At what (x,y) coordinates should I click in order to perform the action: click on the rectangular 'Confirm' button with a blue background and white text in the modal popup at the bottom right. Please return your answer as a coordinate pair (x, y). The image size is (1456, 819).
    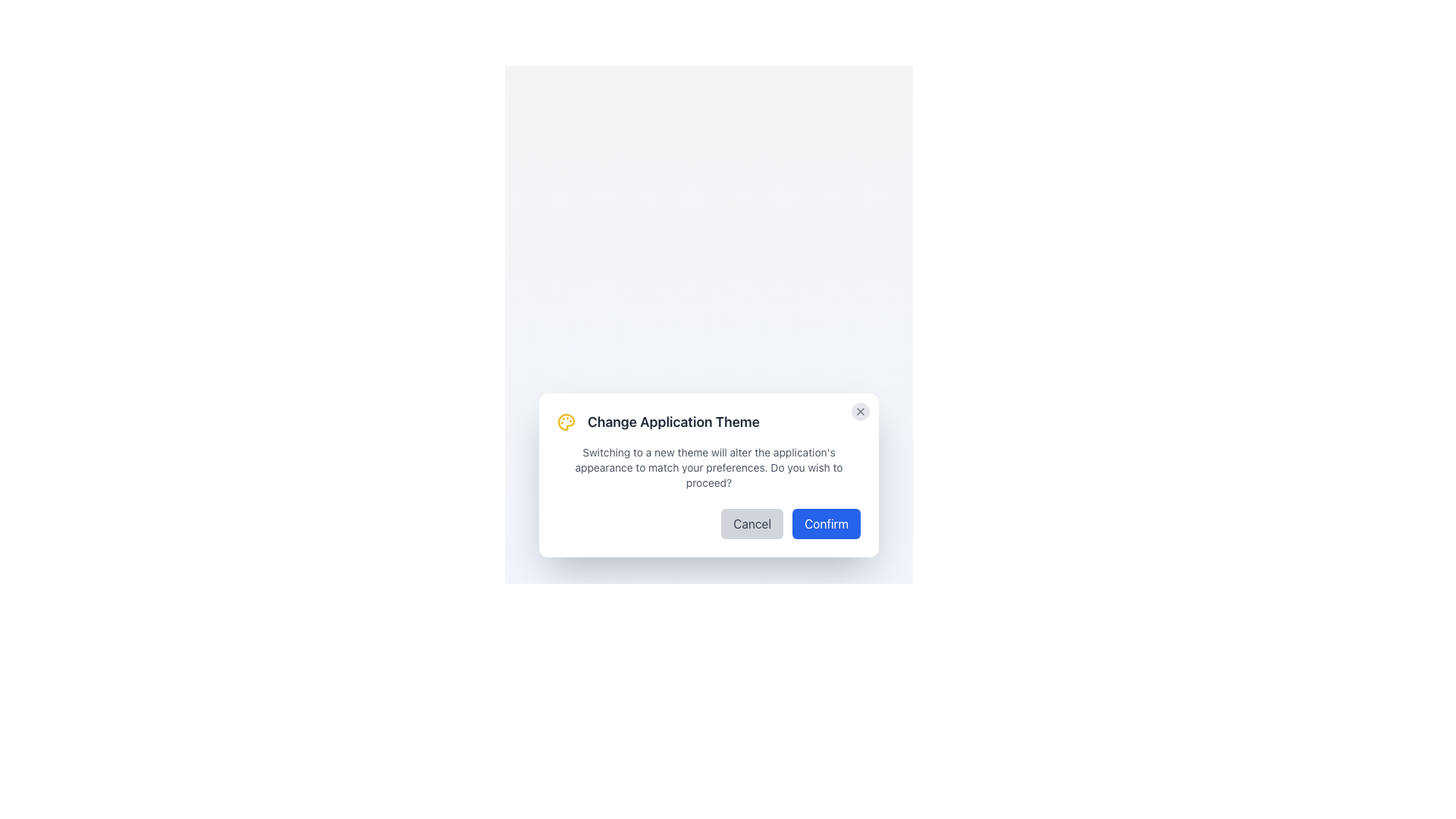
    Looking at the image, I should click on (825, 522).